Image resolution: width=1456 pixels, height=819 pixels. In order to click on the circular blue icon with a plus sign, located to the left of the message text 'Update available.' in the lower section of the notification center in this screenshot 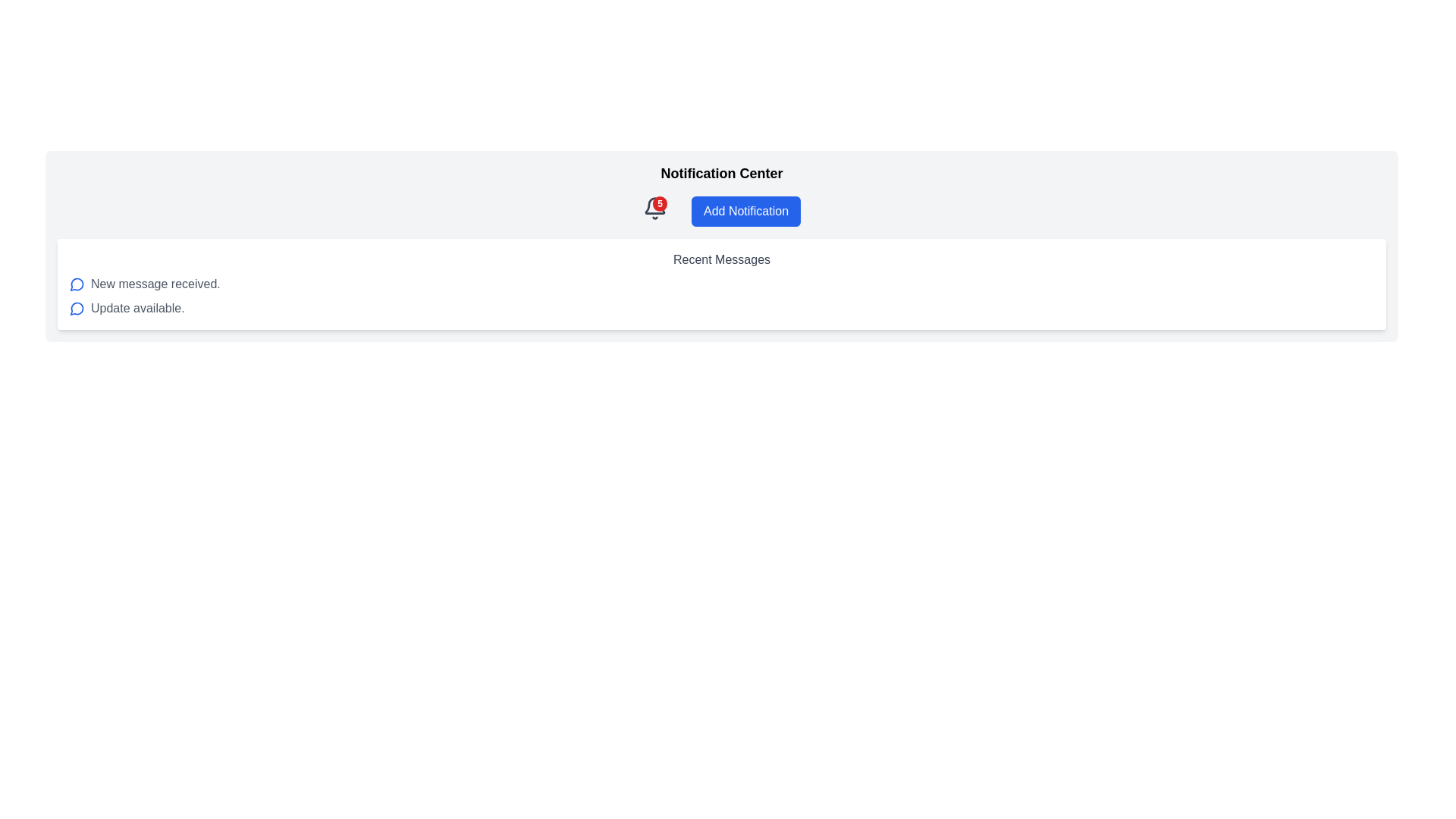, I will do `click(76, 308)`.